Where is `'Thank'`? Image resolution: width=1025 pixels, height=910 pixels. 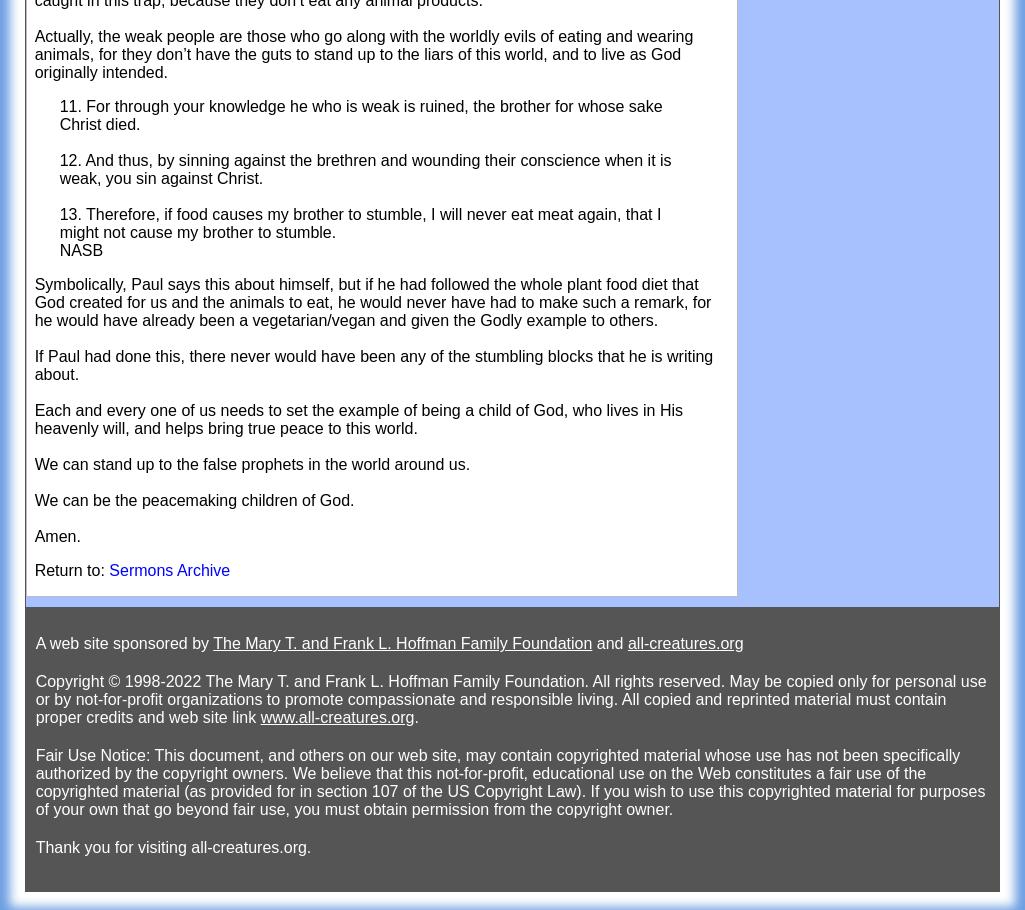
'Thank' is located at coordinates (56, 846).